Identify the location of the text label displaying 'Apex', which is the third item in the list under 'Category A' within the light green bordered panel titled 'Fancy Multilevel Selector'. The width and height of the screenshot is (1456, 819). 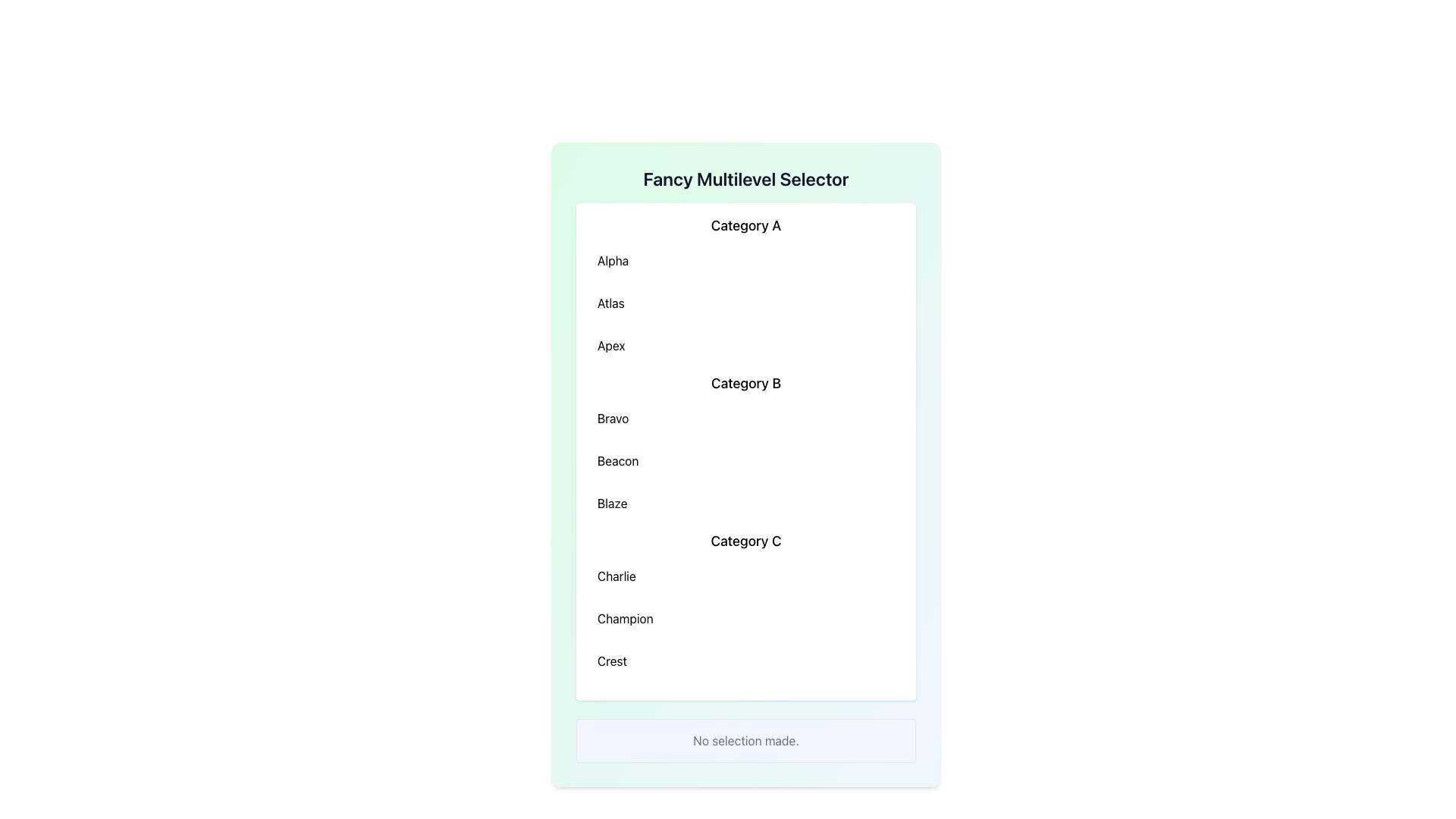
(611, 345).